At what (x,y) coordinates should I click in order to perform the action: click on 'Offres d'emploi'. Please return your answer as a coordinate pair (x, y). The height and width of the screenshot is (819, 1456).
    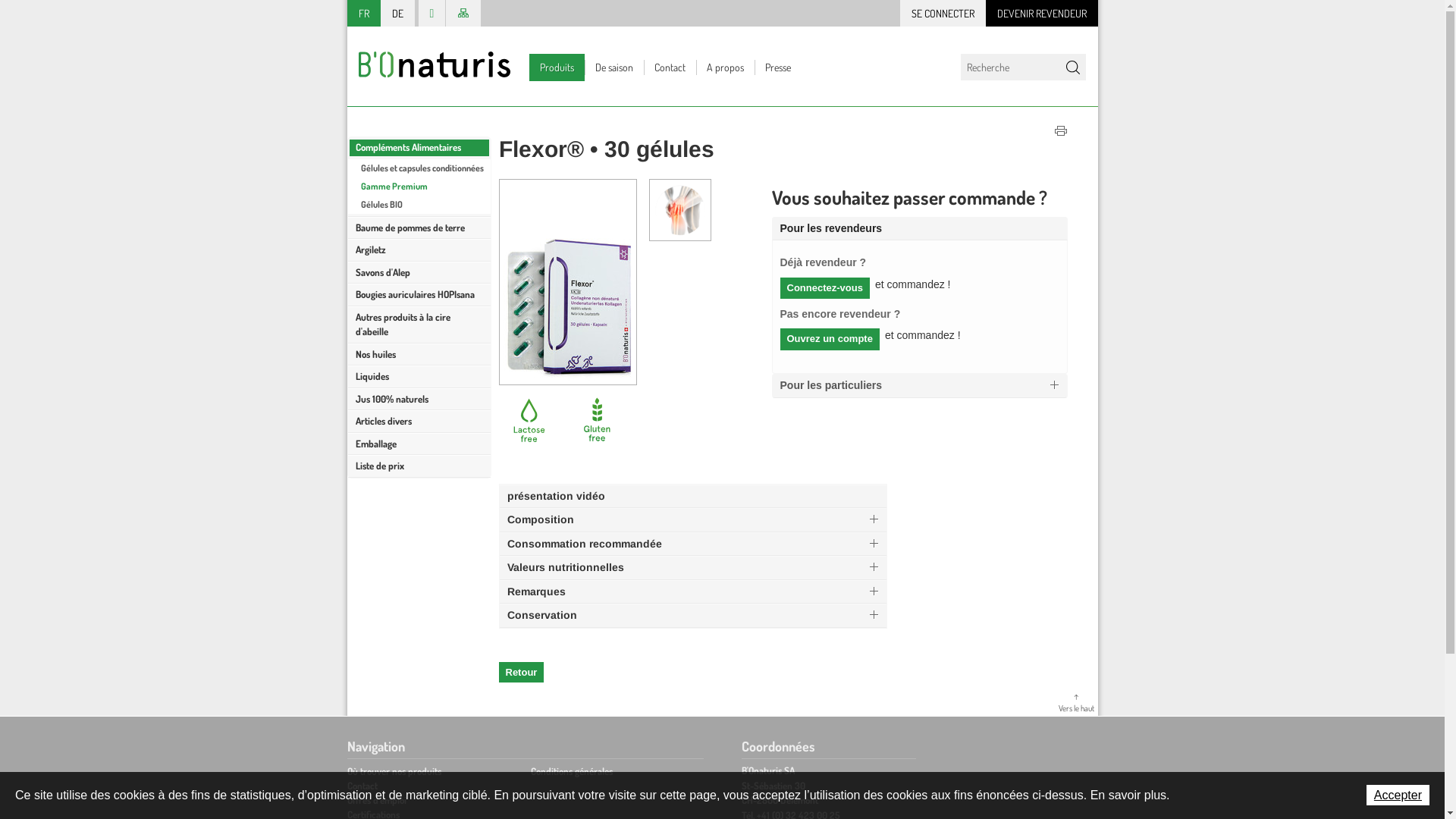
    Looking at the image, I should click on (377, 799).